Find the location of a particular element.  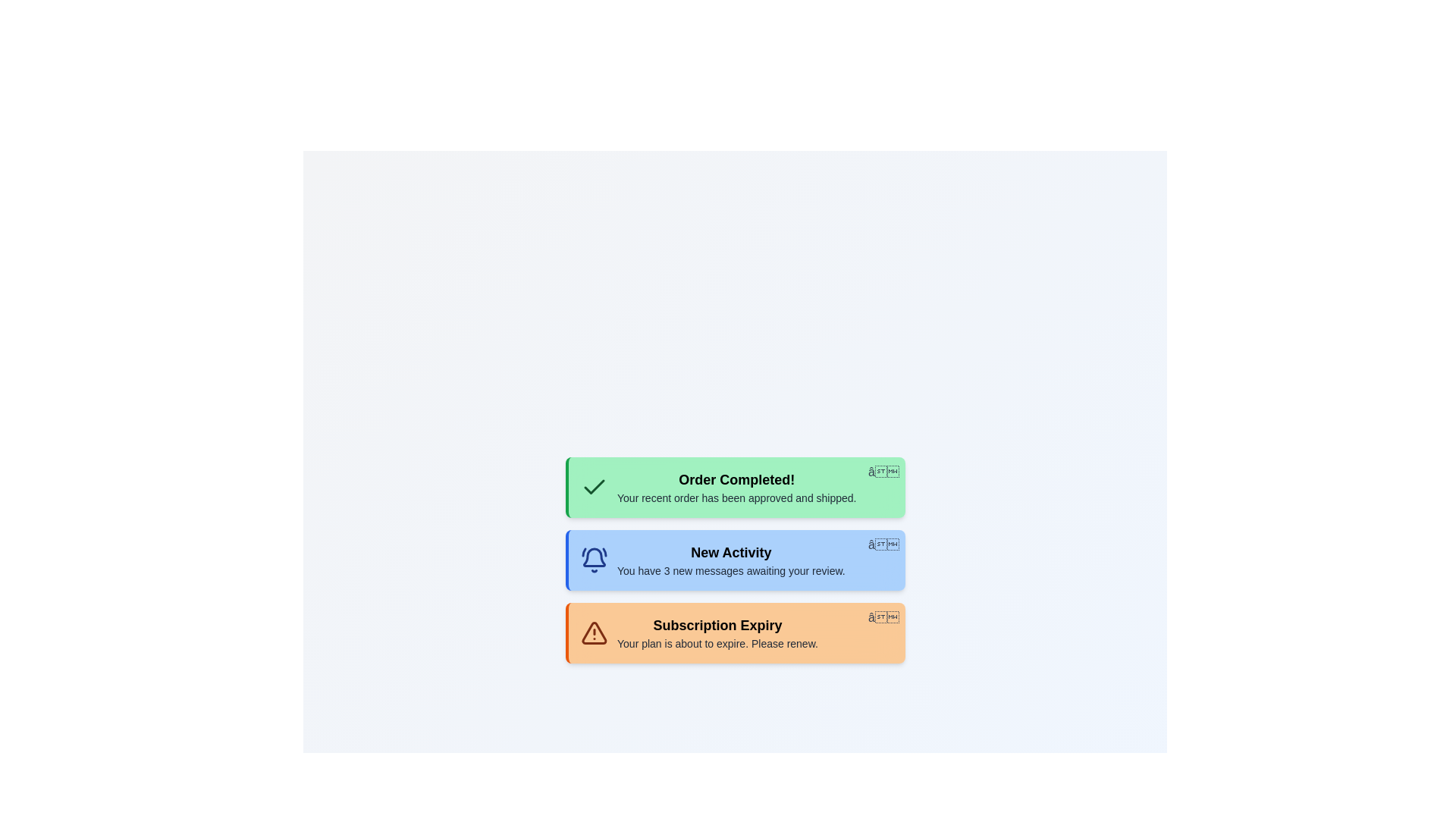

the close button of the alert with ID 102 is located at coordinates (883, 544).